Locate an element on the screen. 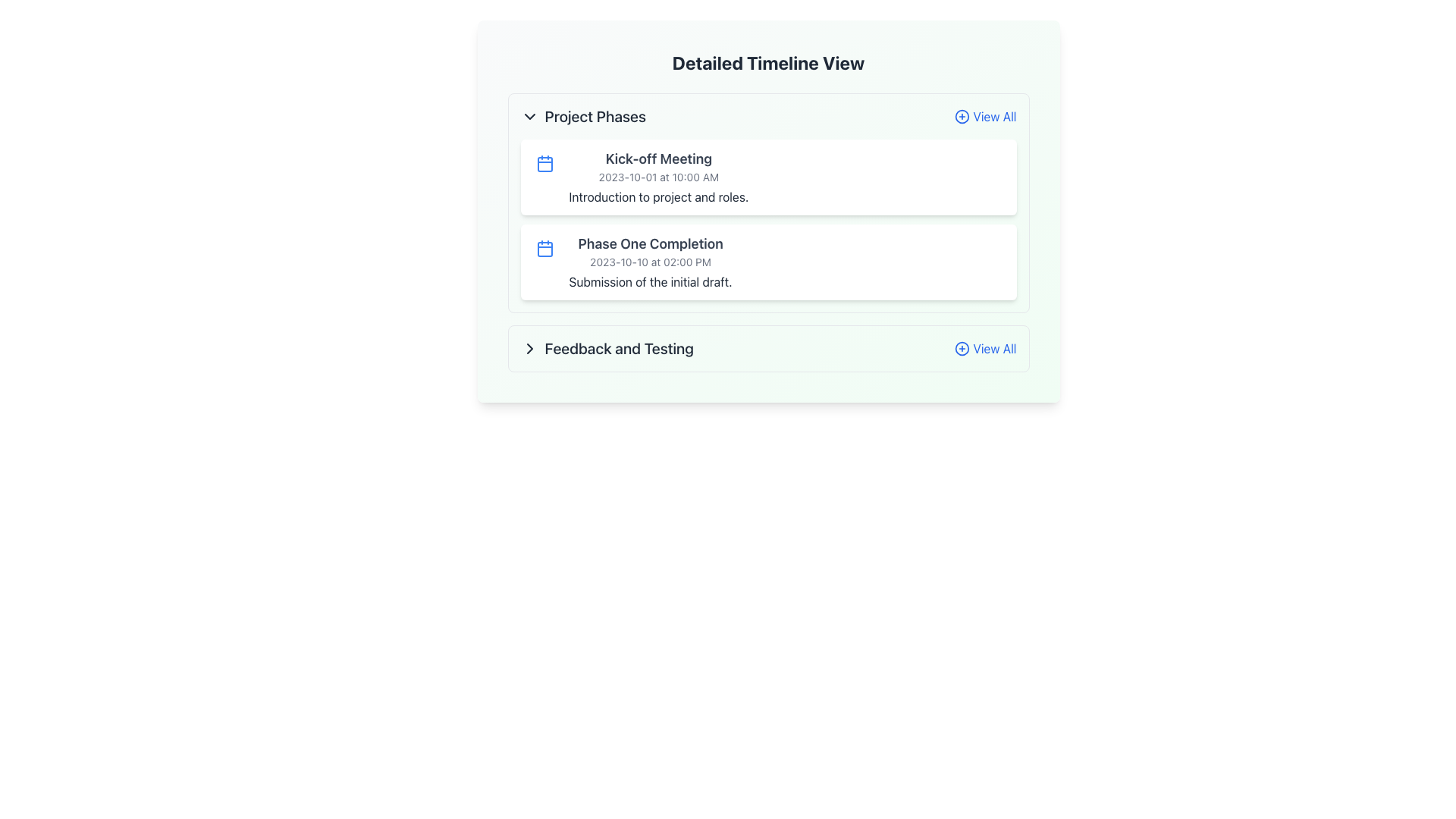  the Text Label that displays the title or subject of the second project phase in the timeline under the 'Project Phases' section is located at coordinates (651, 243).